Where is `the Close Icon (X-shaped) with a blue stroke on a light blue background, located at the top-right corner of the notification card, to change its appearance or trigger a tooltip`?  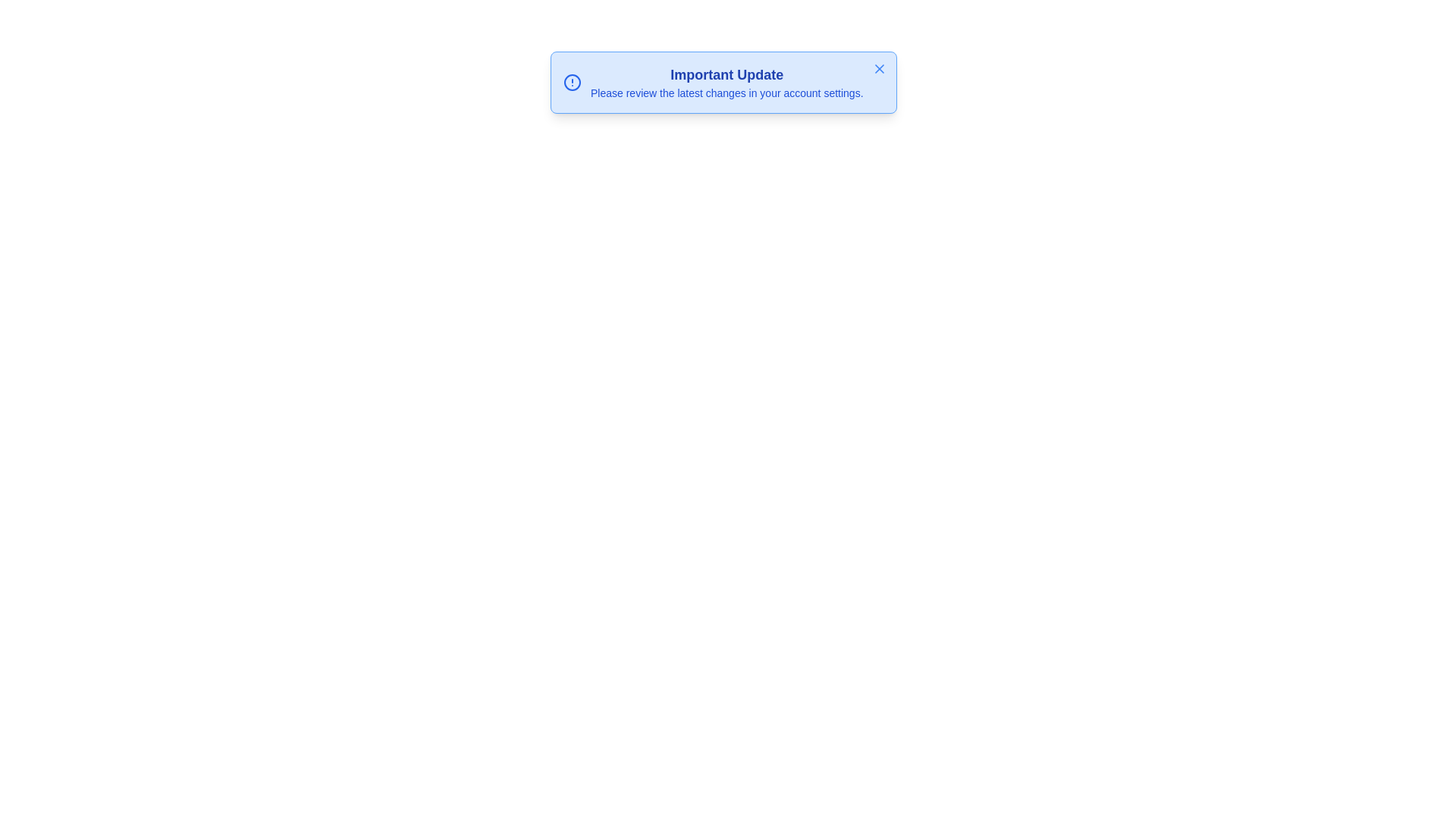
the Close Icon (X-shaped) with a blue stroke on a light blue background, located at the top-right corner of the notification card, to change its appearance or trigger a tooltip is located at coordinates (880, 69).